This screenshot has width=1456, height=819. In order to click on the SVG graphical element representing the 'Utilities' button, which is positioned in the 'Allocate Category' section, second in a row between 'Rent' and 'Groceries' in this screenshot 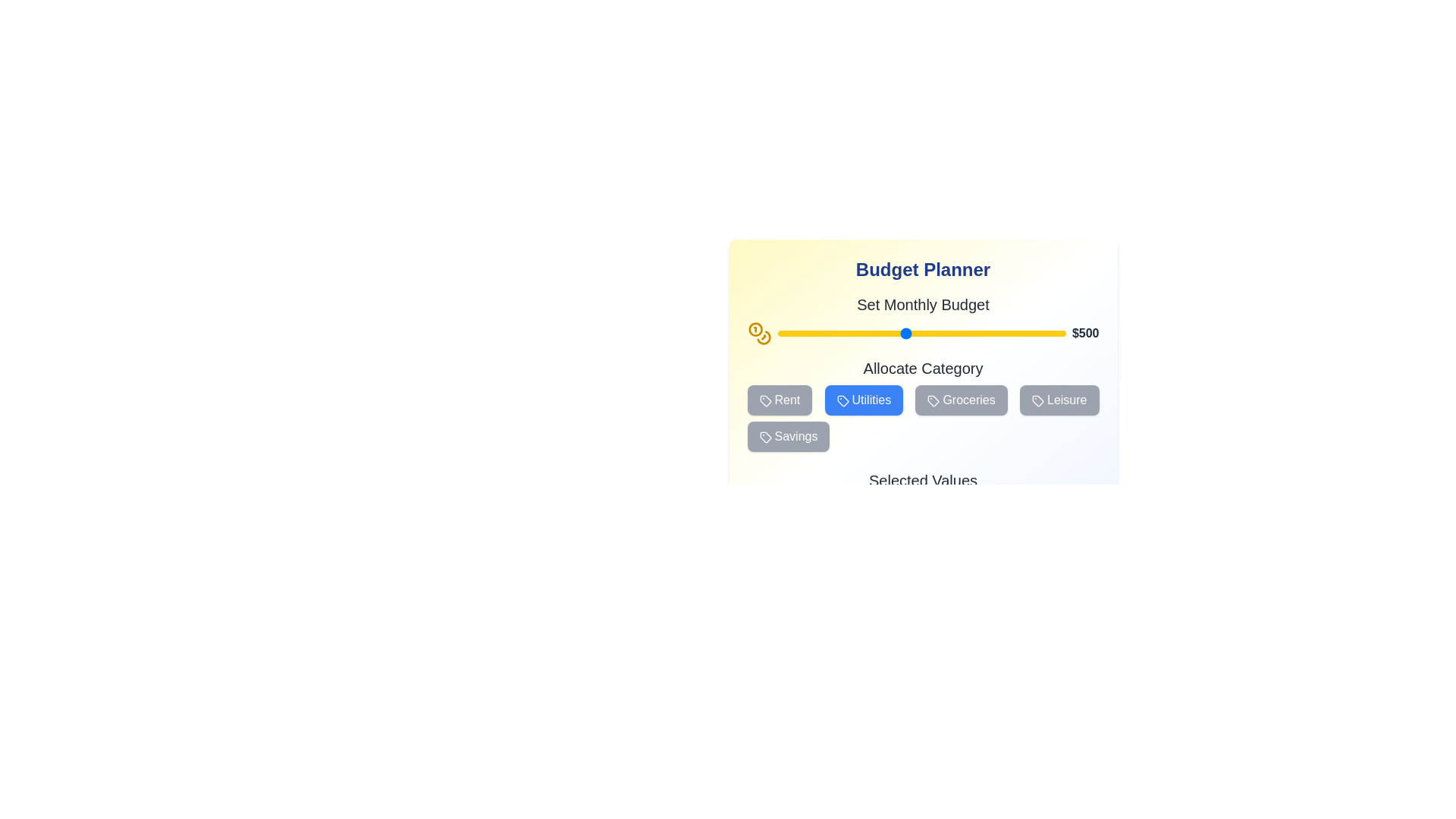, I will do `click(842, 400)`.